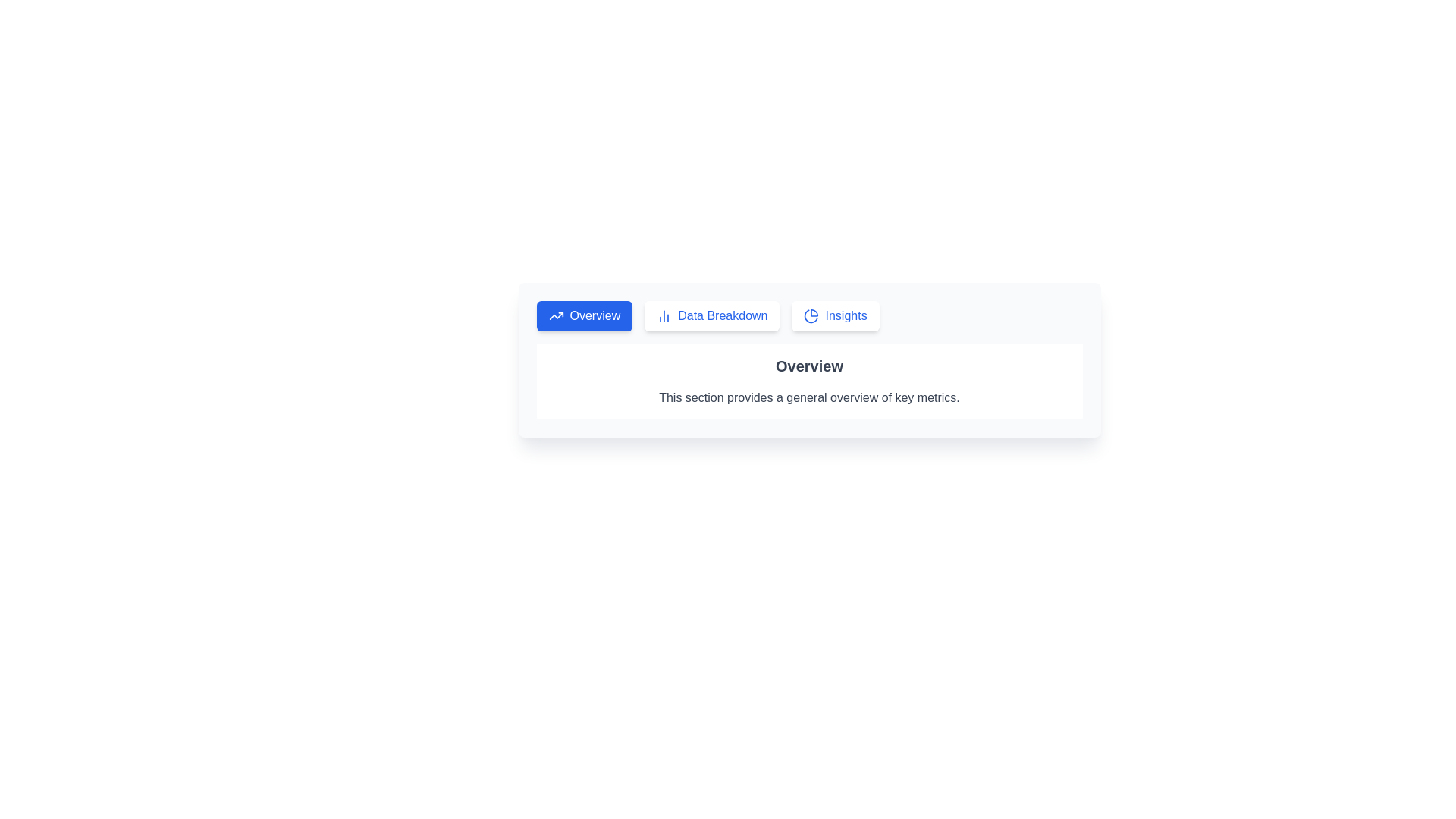 The width and height of the screenshot is (1456, 819). I want to click on the Overview tab by clicking on its button, so click(582, 315).